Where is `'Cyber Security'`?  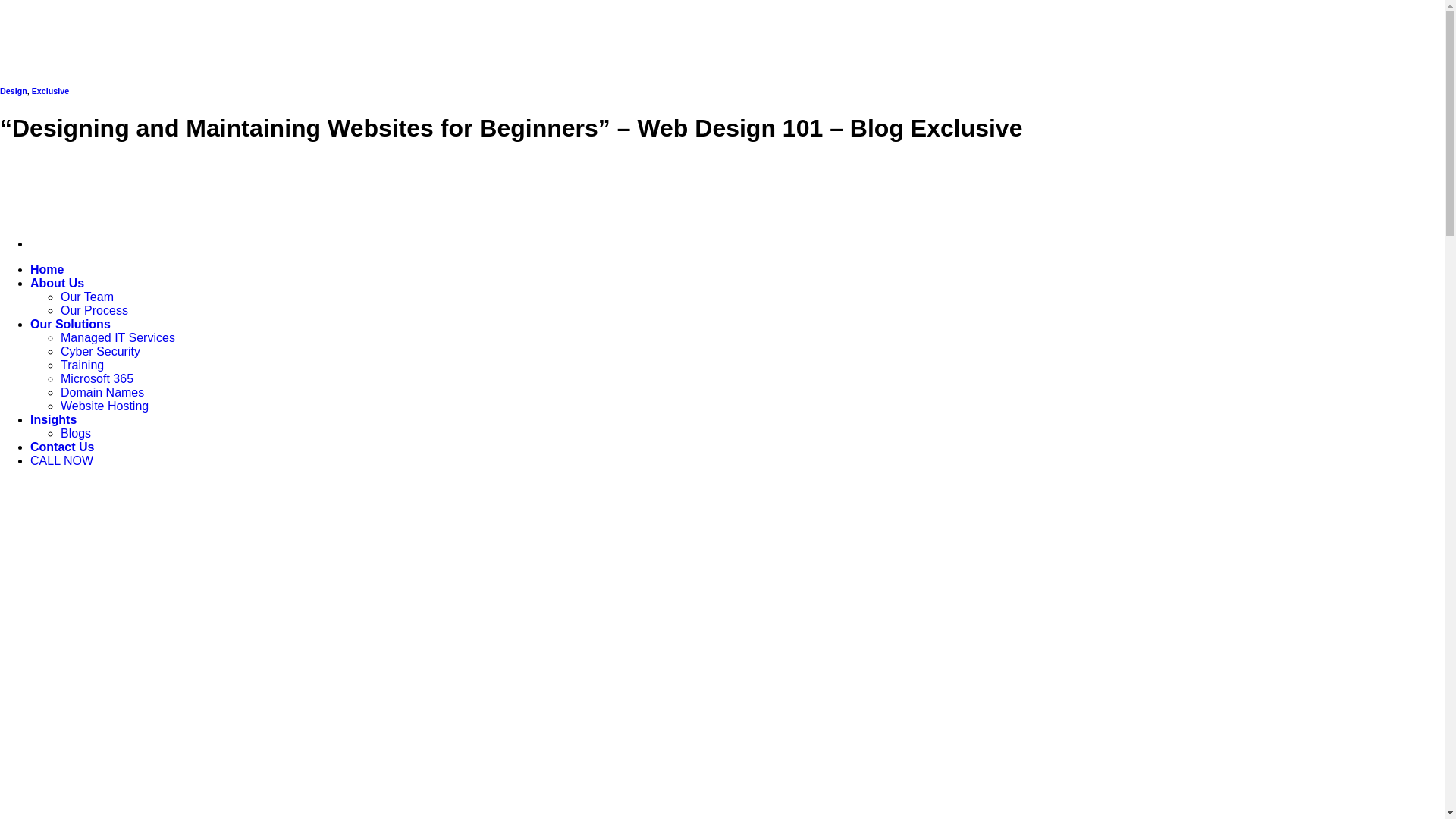 'Cyber Security' is located at coordinates (61, 351).